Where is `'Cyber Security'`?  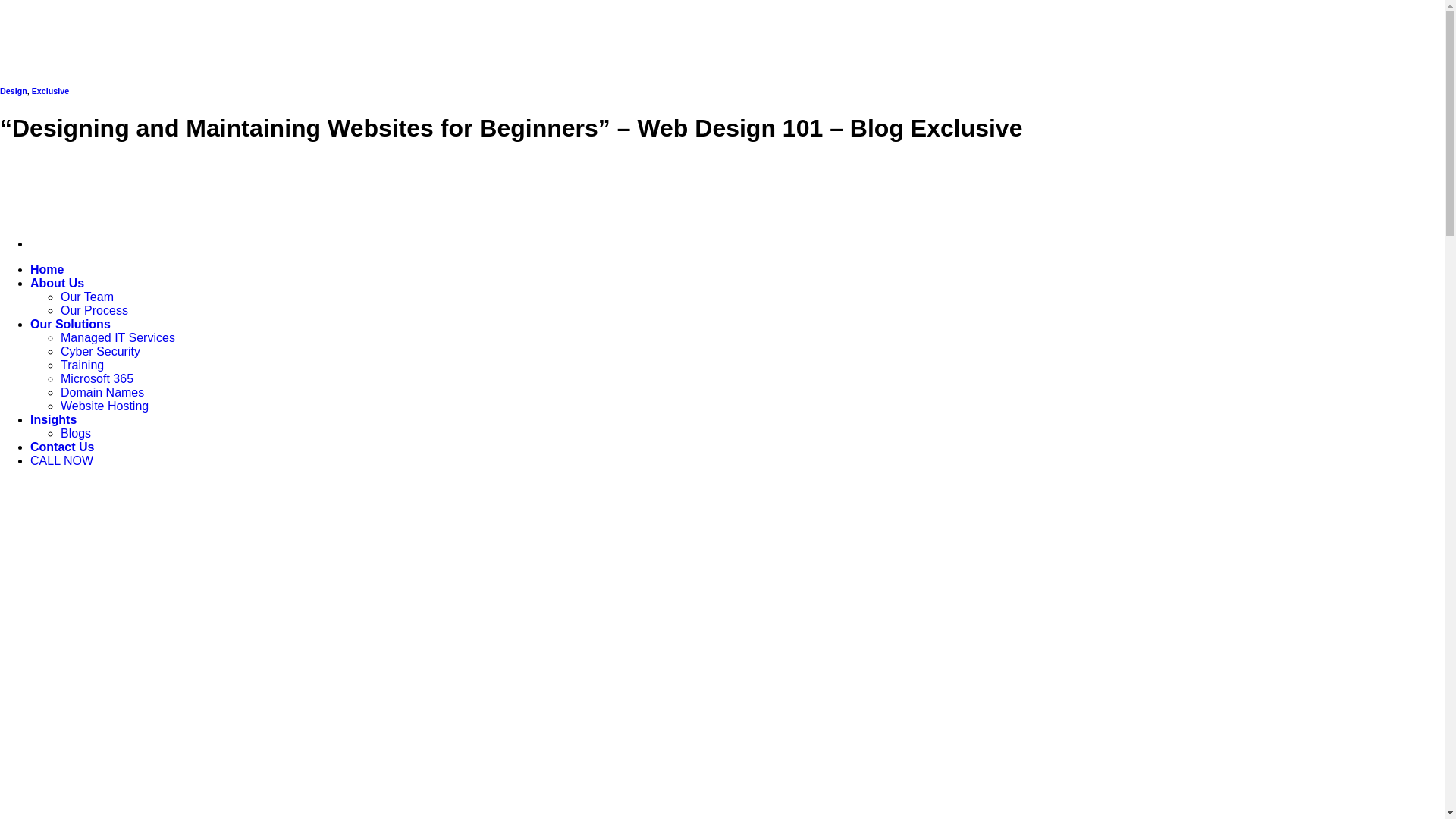 'Cyber Security' is located at coordinates (61, 351).